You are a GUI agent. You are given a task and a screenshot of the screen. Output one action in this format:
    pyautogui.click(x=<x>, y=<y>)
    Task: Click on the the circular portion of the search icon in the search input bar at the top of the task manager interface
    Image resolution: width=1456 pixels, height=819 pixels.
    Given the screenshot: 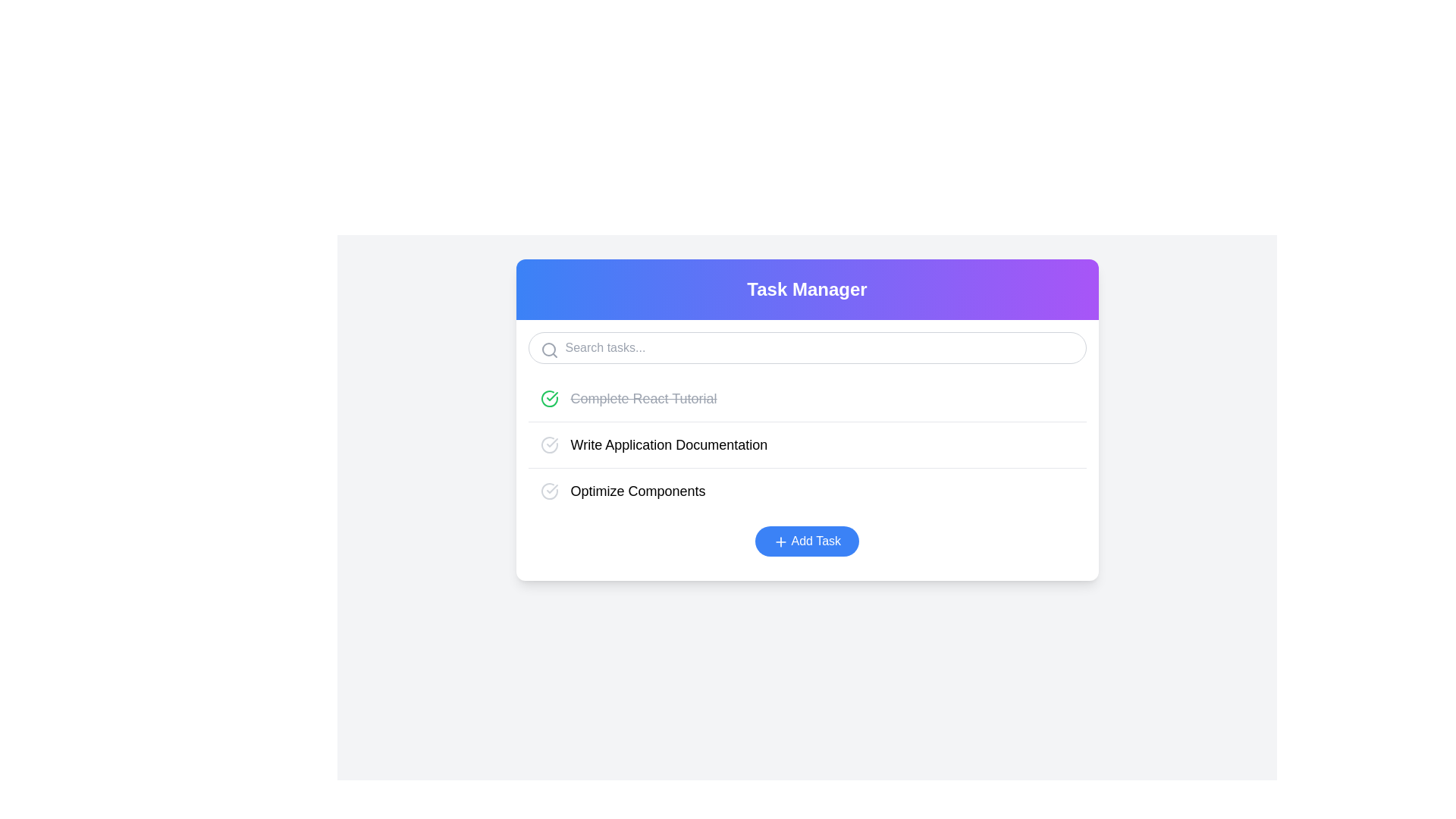 What is the action you would take?
    pyautogui.click(x=548, y=350)
    